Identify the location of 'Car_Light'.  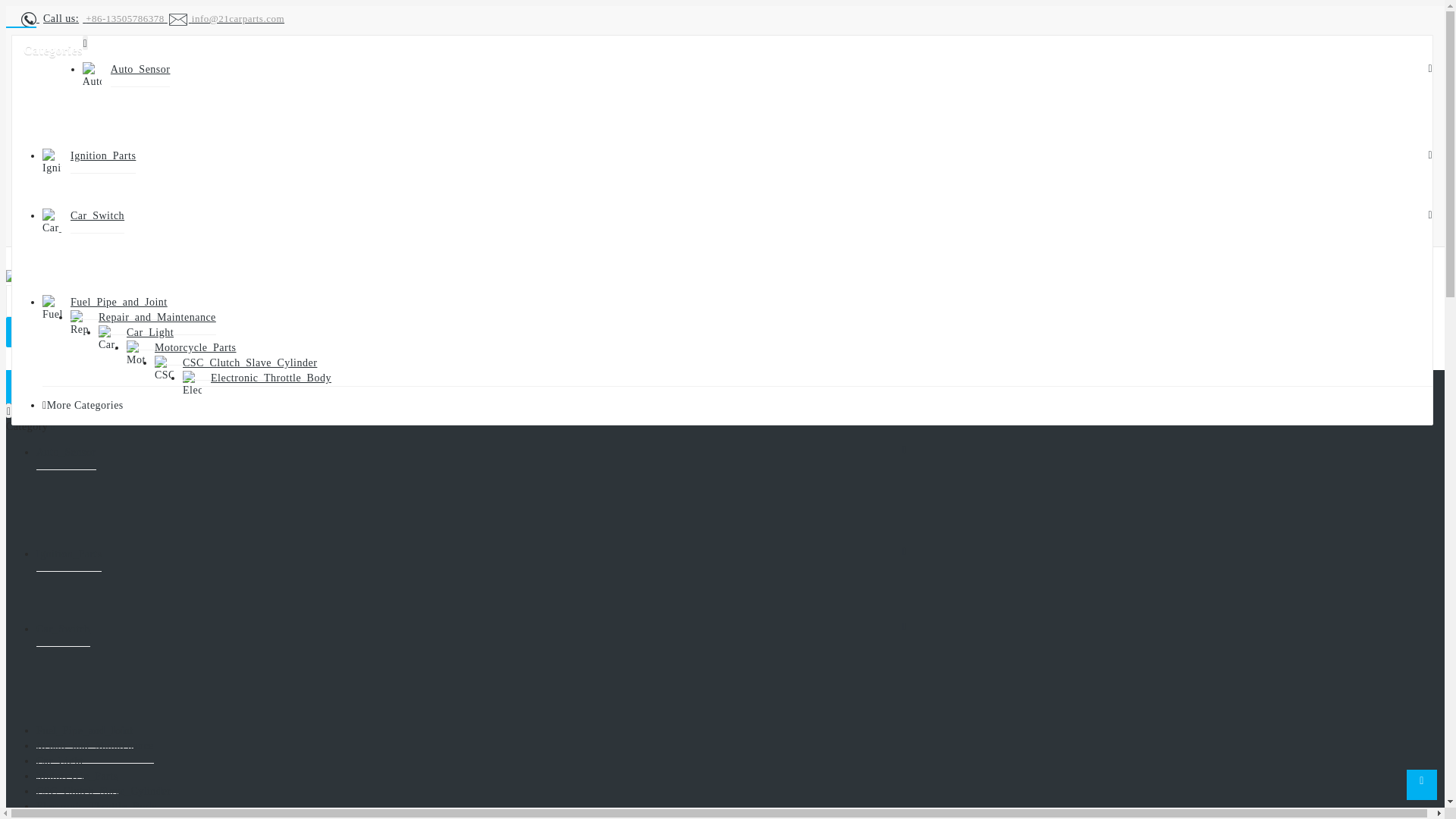
(127, 332).